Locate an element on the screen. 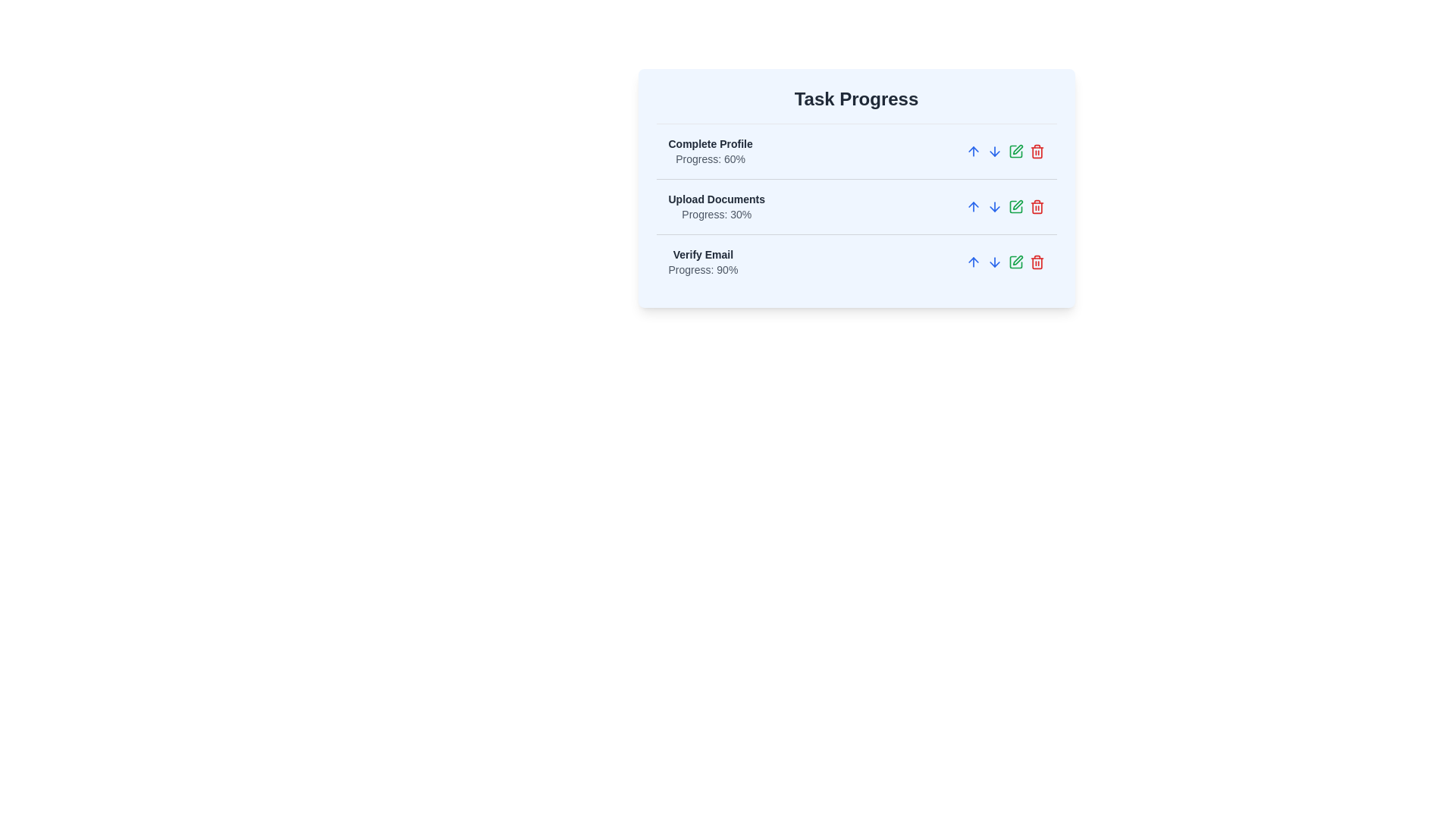  the Text label displaying the upload progress for 'Upload Documents', which indicates 30% completion is located at coordinates (716, 214).